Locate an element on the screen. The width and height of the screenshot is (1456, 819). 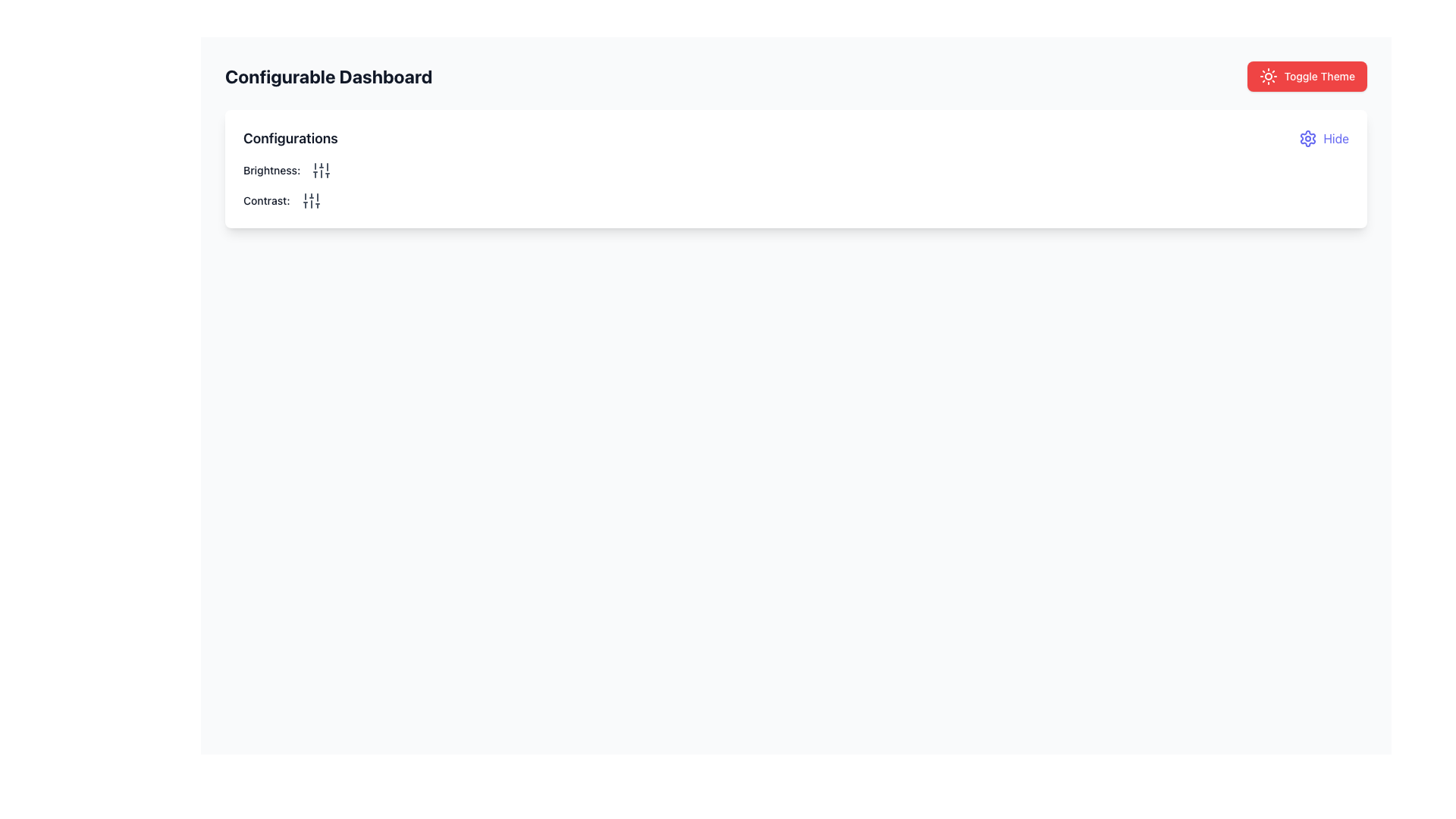
the static text label indicating contrast settings in the 'Configurations' section, located on the left side of the second row is located at coordinates (266, 200).